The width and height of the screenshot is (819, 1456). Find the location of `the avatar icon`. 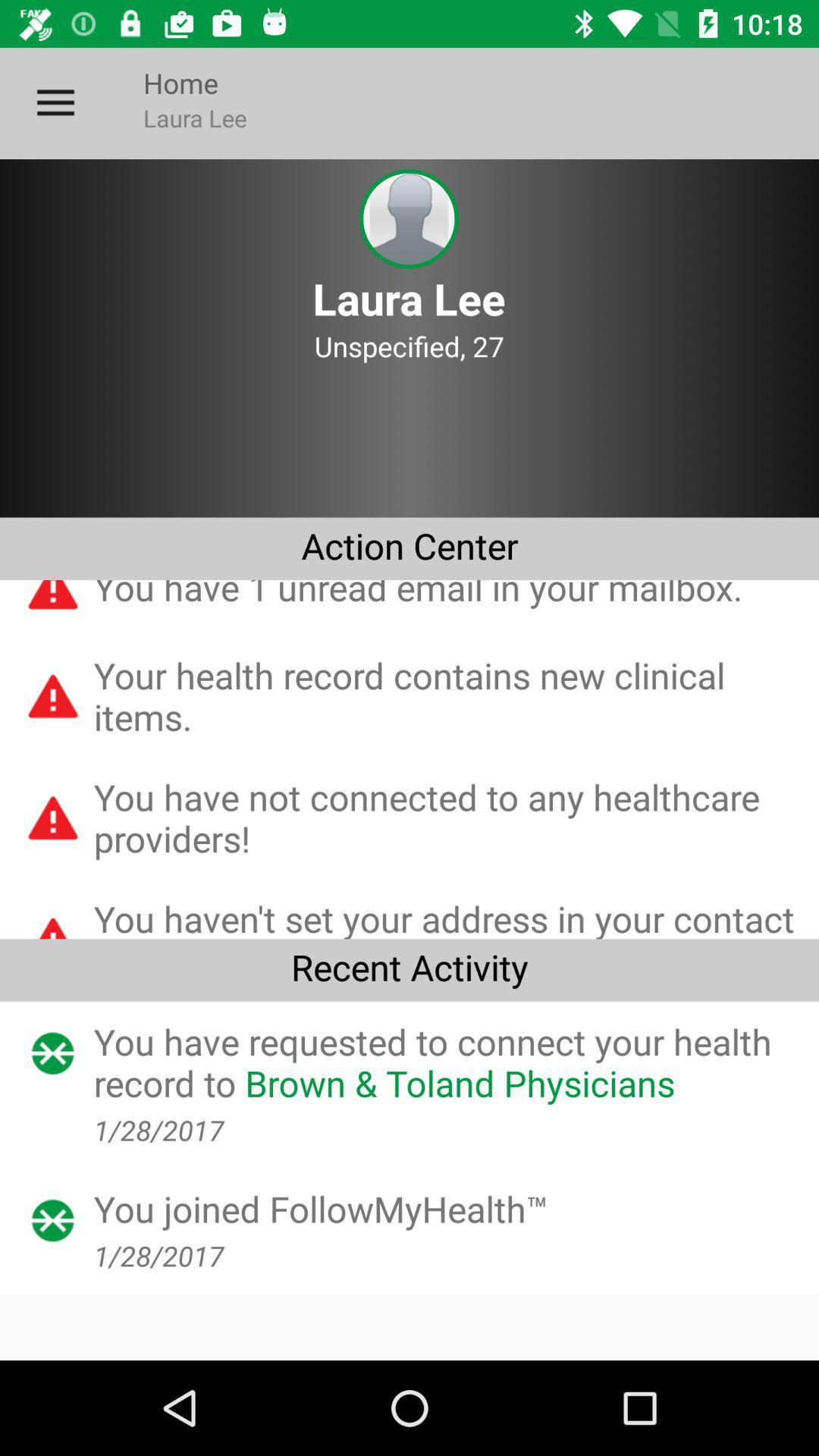

the avatar icon is located at coordinates (408, 218).